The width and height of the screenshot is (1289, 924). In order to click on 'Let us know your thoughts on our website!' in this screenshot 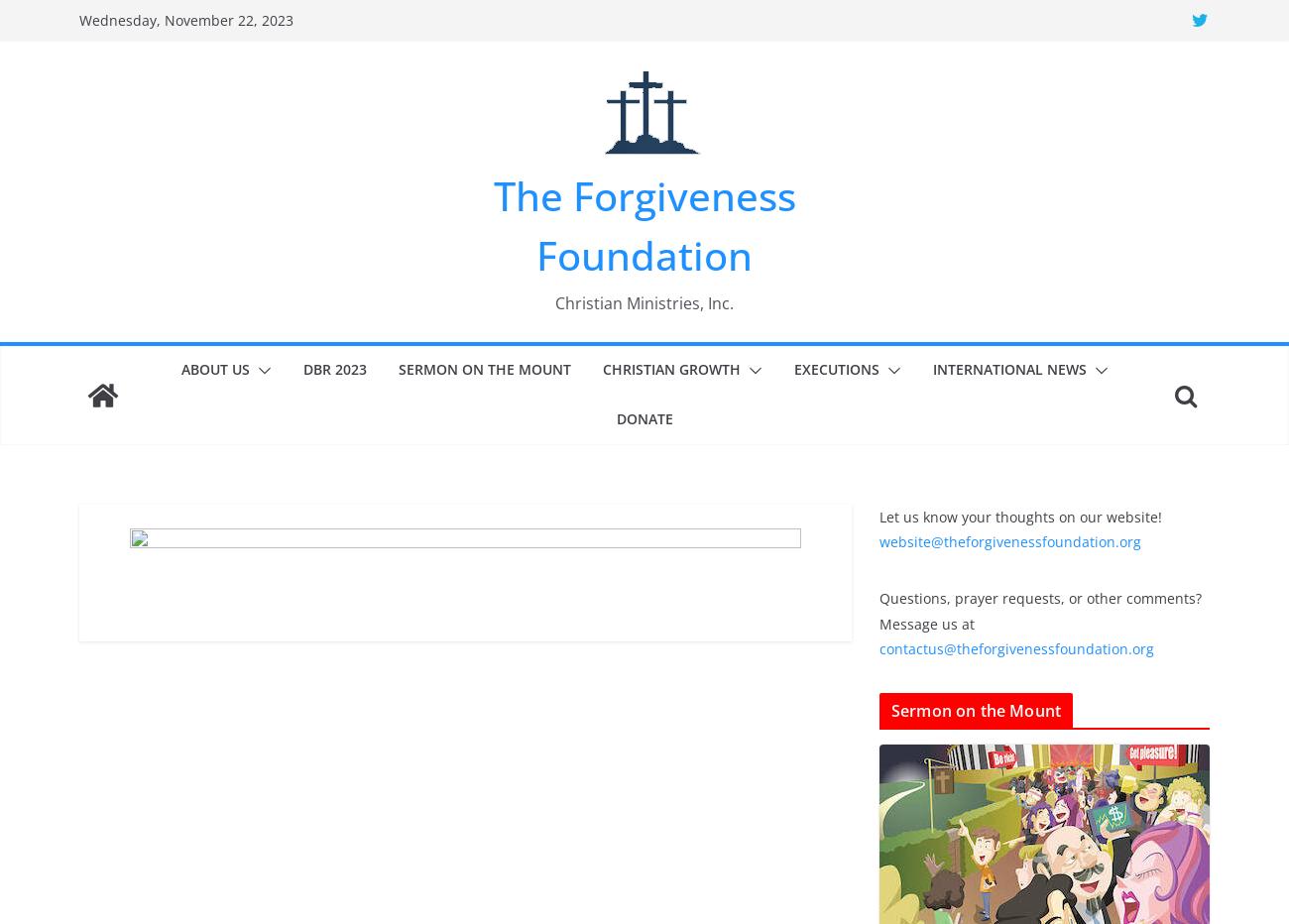, I will do `click(1019, 515)`.